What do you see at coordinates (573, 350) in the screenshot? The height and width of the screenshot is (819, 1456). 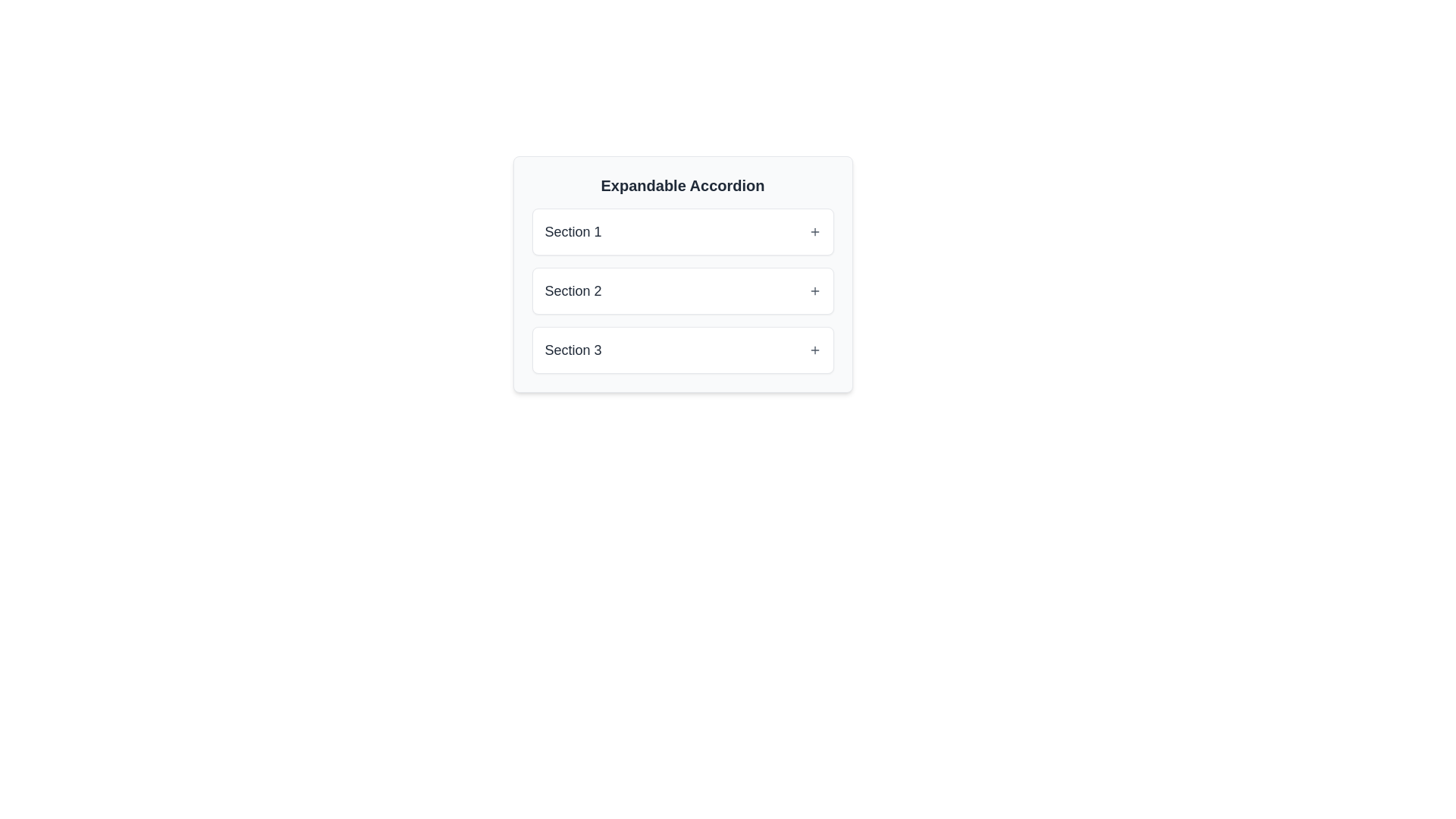 I see `the text label displaying 'Section 3' located in the bottom row of the accordion` at bounding box center [573, 350].